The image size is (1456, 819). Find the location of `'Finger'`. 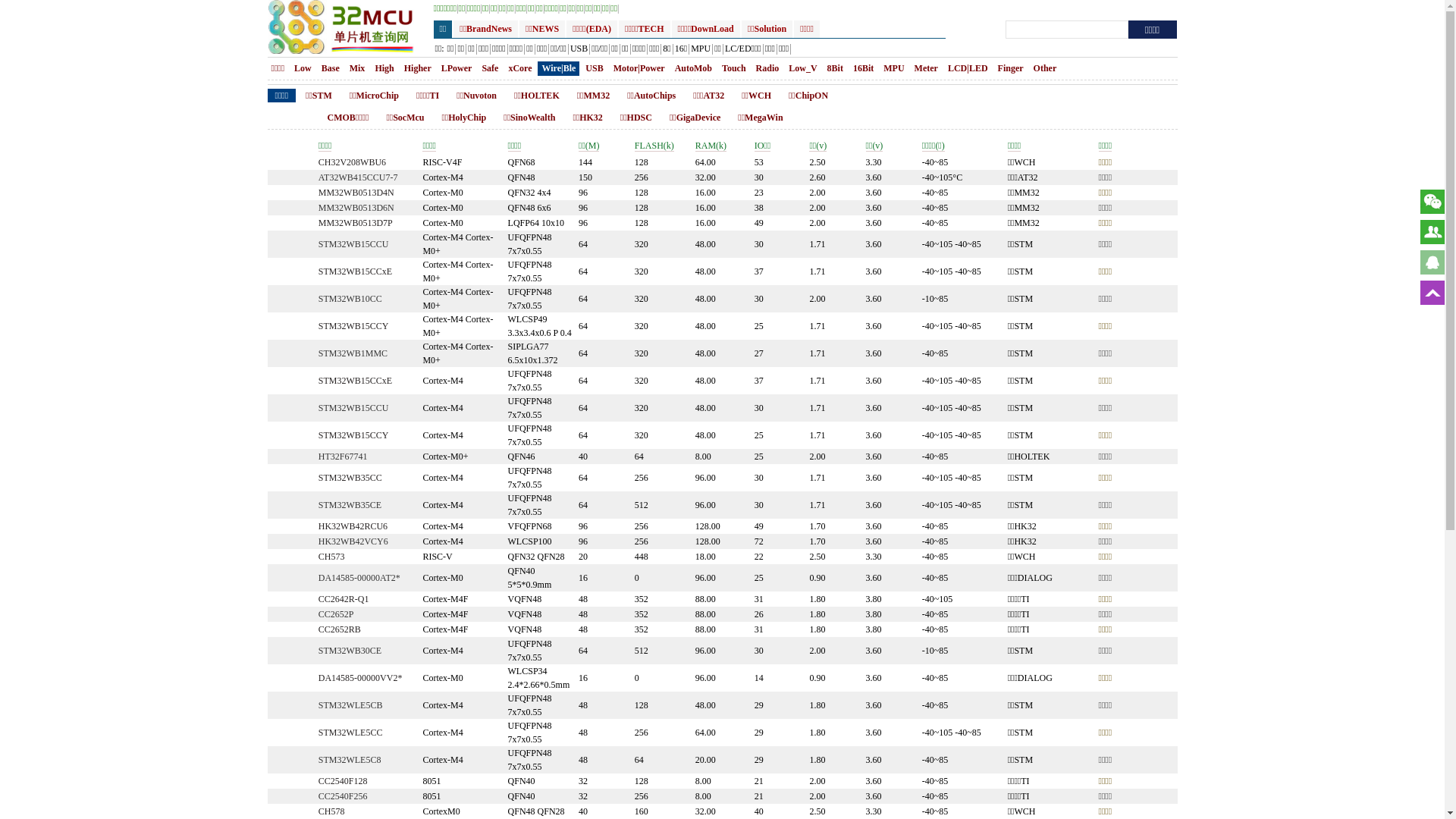

'Finger' is located at coordinates (1011, 68).